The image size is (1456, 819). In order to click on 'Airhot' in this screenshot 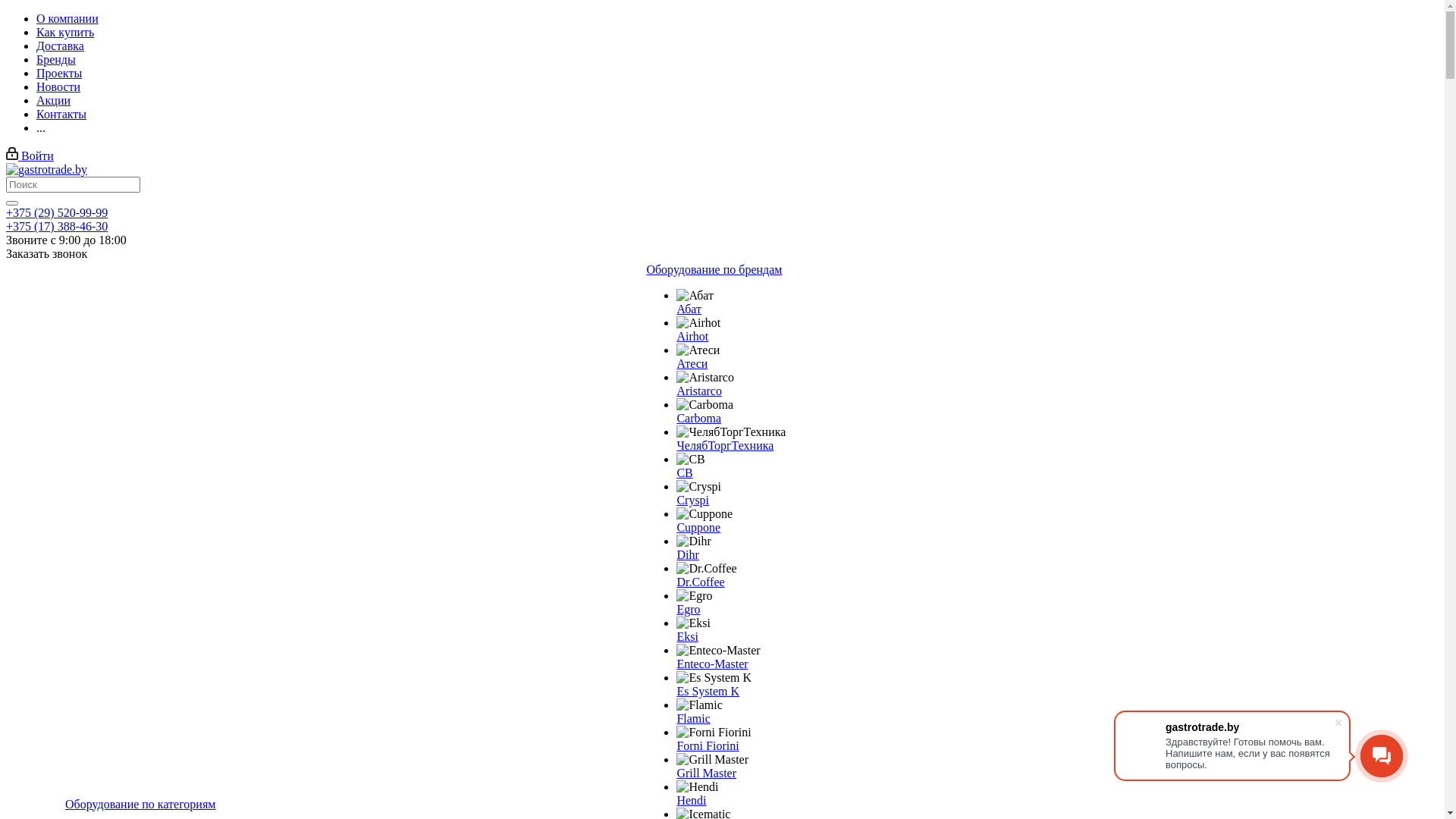, I will do `click(698, 322)`.